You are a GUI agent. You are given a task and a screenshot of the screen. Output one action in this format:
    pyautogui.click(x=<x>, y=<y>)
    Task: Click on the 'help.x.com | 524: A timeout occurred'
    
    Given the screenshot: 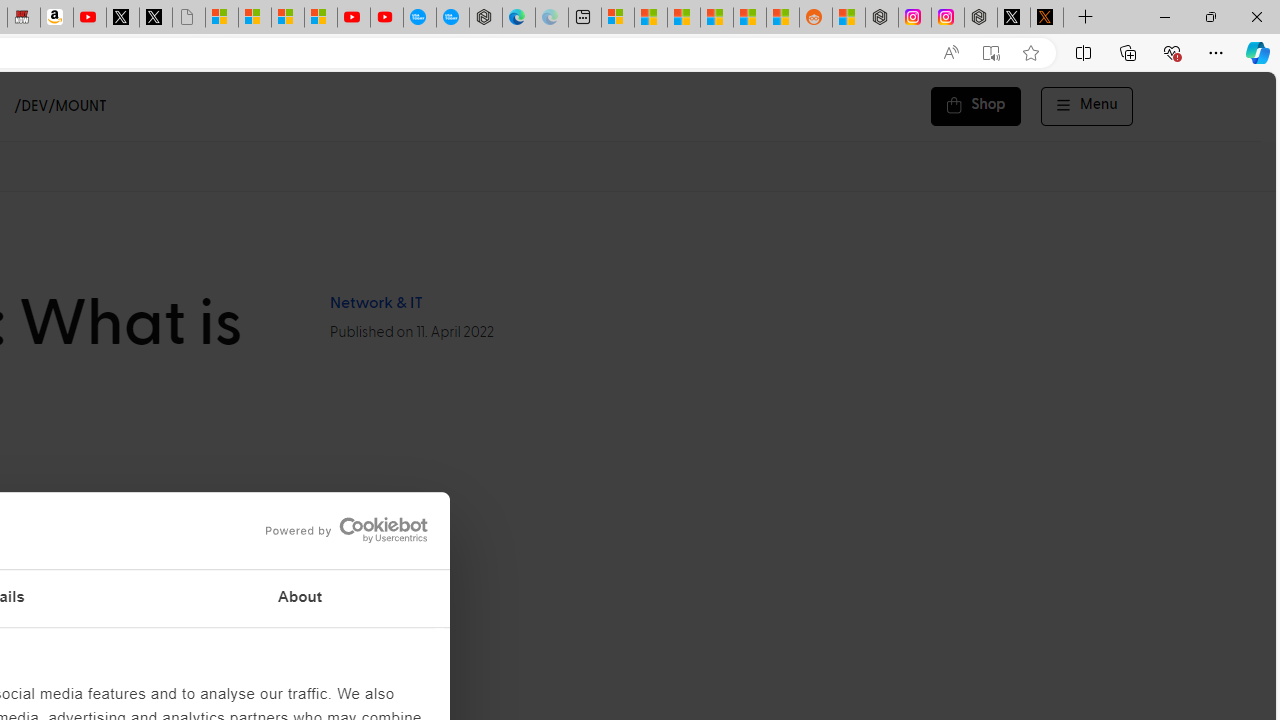 What is the action you would take?
    pyautogui.click(x=1046, y=17)
    